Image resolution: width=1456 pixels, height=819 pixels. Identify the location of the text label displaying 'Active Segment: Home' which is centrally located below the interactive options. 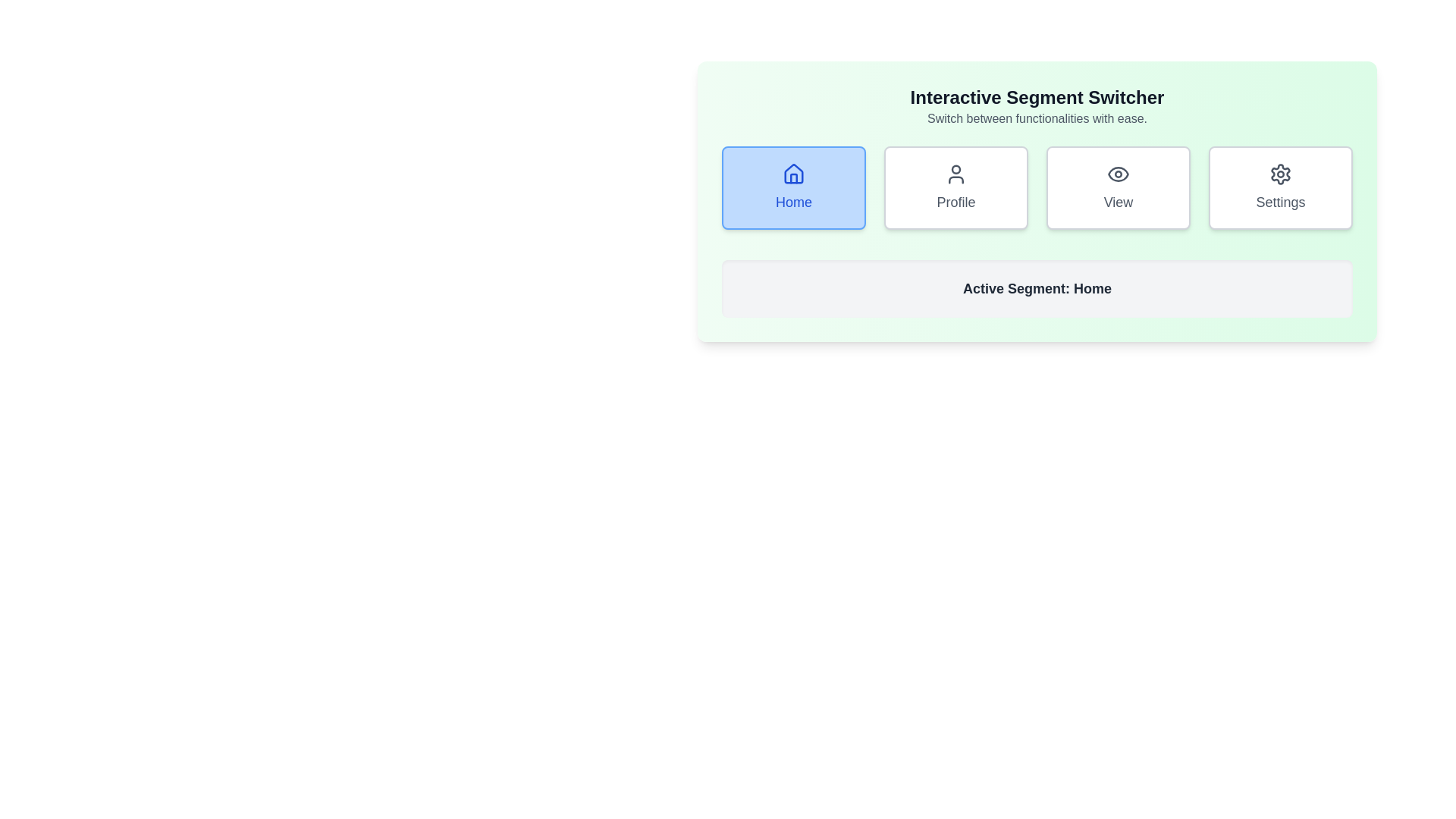
(1037, 289).